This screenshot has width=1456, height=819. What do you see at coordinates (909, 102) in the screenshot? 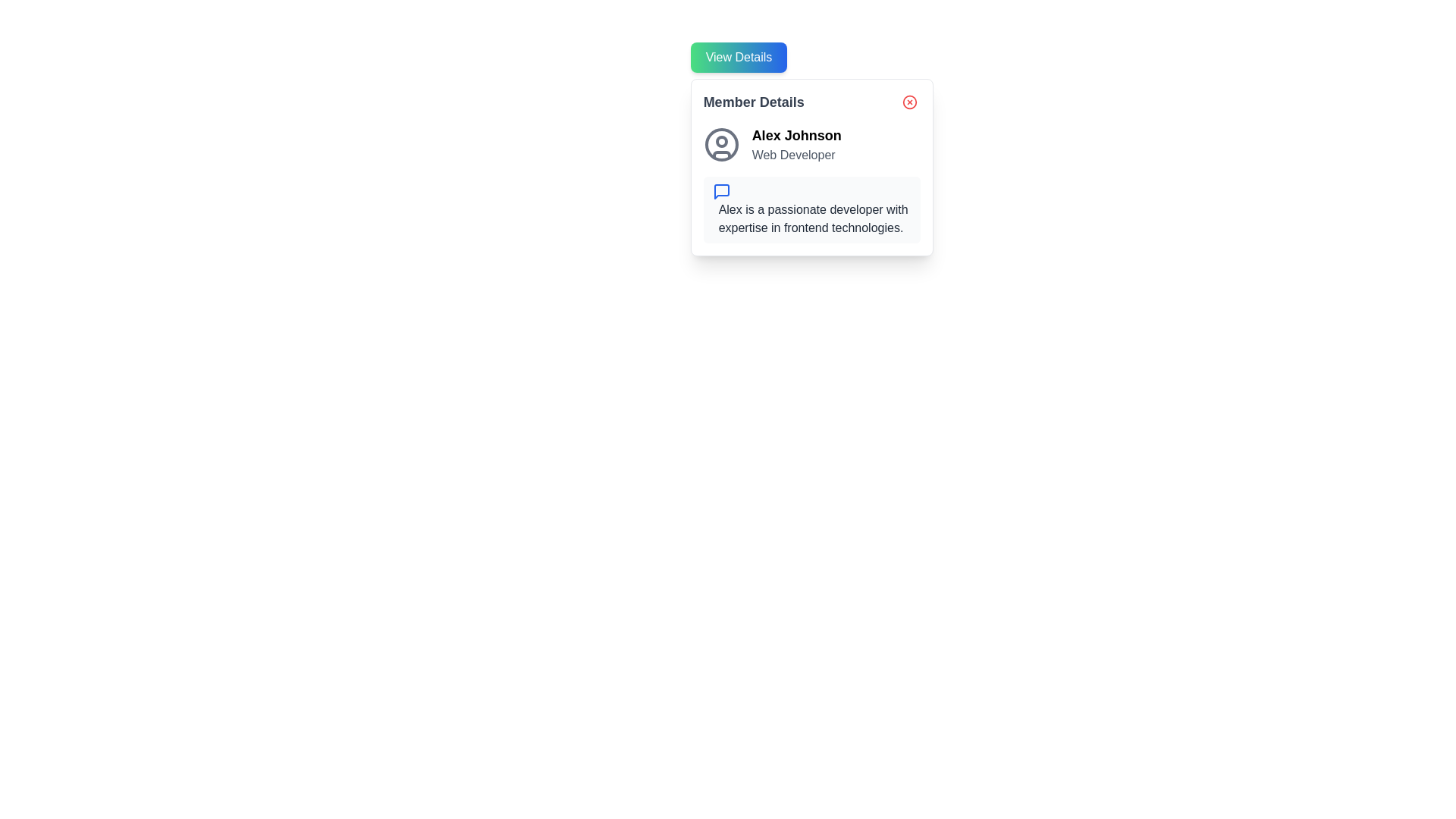
I see `the graphical decorative 'X' icon located at the upper-right corner of the 'Member Details' card, which visually indicates a close or dismiss action` at bounding box center [909, 102].